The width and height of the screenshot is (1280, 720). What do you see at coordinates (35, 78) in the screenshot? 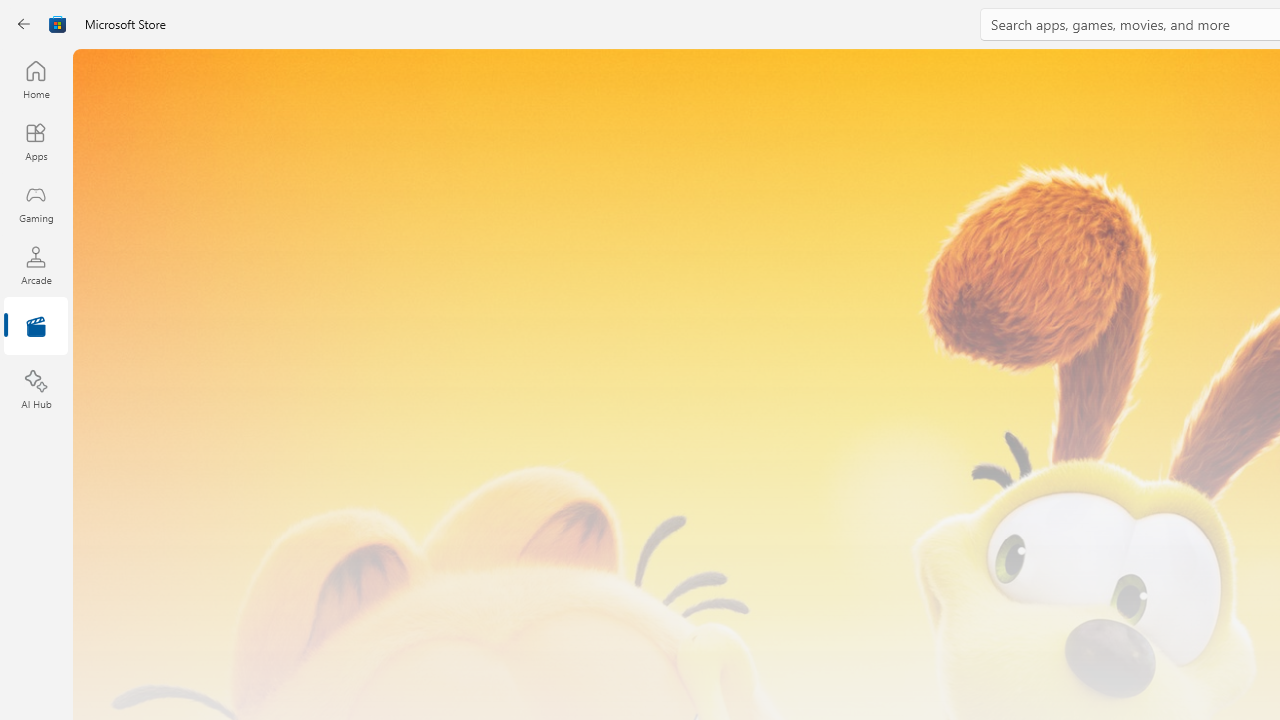
I see `'Home'` at bounding box center [35, 78].